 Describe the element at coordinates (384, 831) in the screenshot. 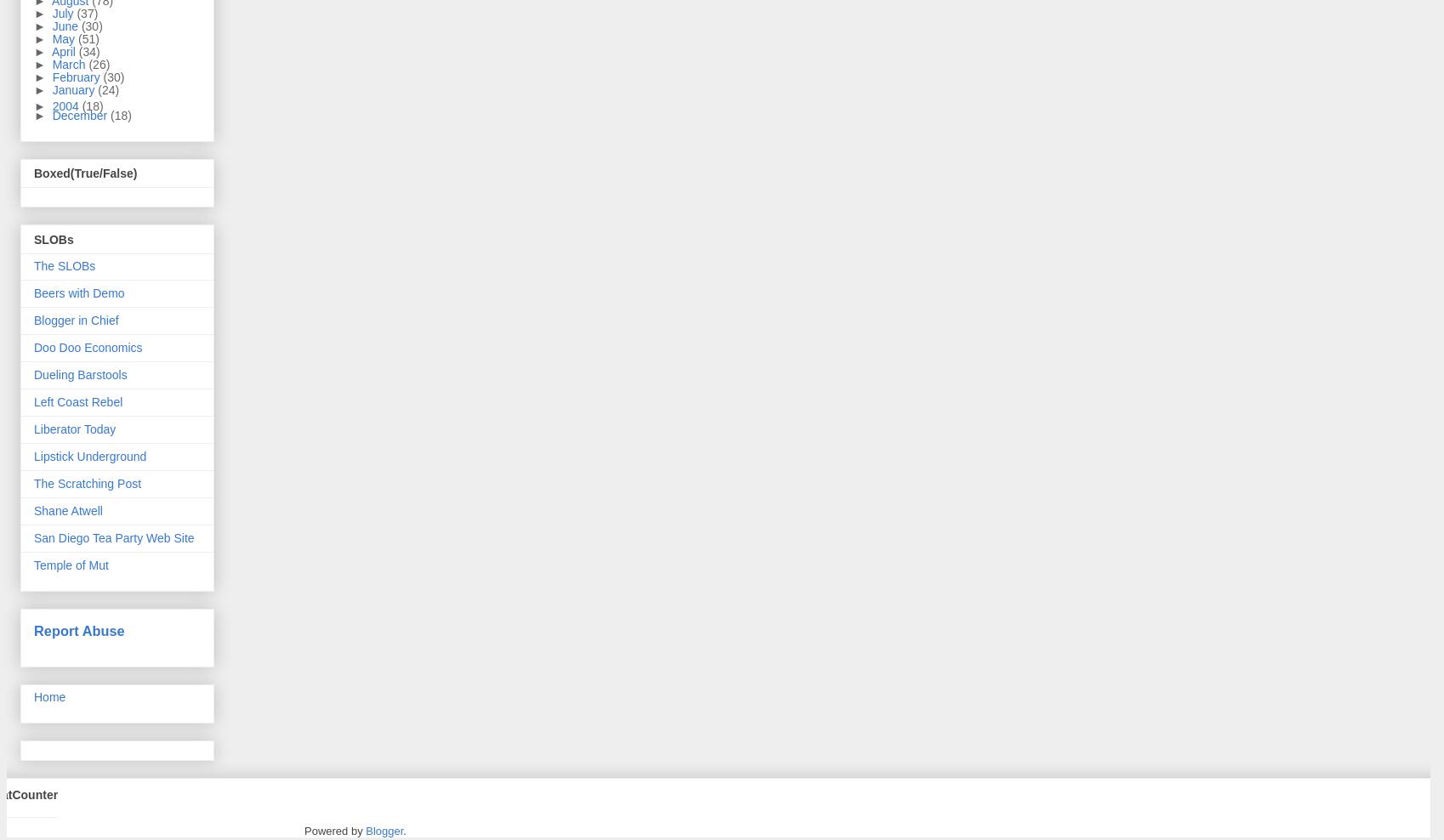

I see `'Blogger'` at that location.